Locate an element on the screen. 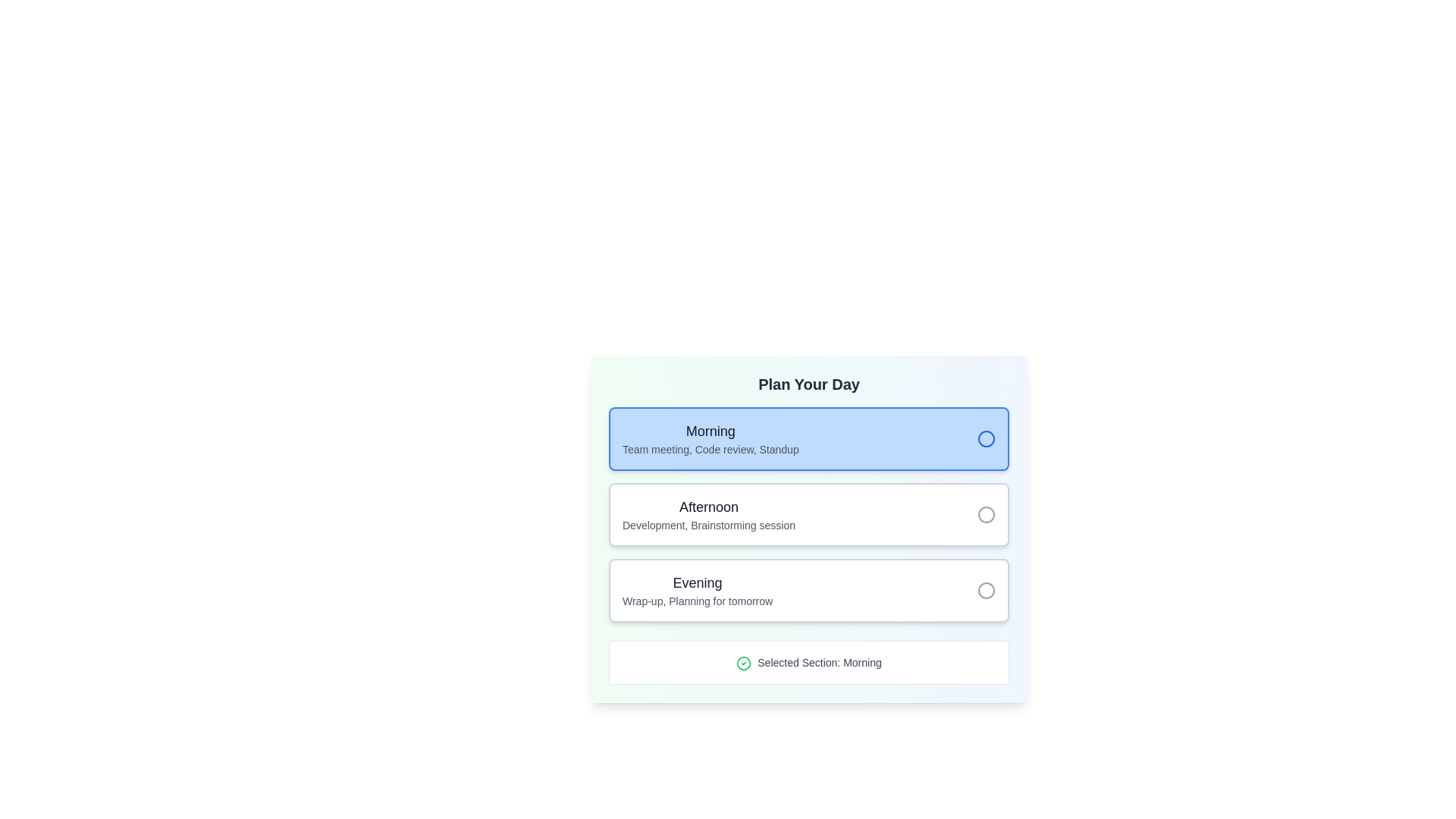  the 'Afternoon' button, which has a white background and gray border is located at coordinates (808, 513).